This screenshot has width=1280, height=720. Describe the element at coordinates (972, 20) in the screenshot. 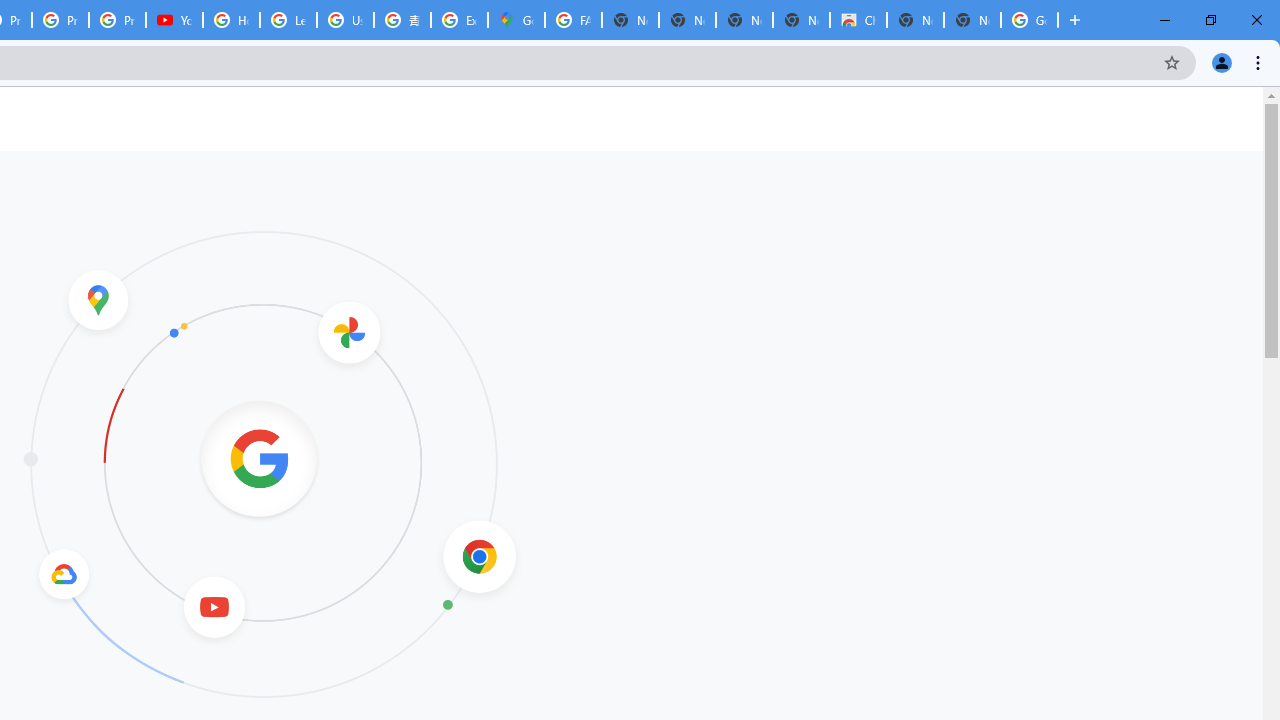

I see `'New Tab'` at that location.